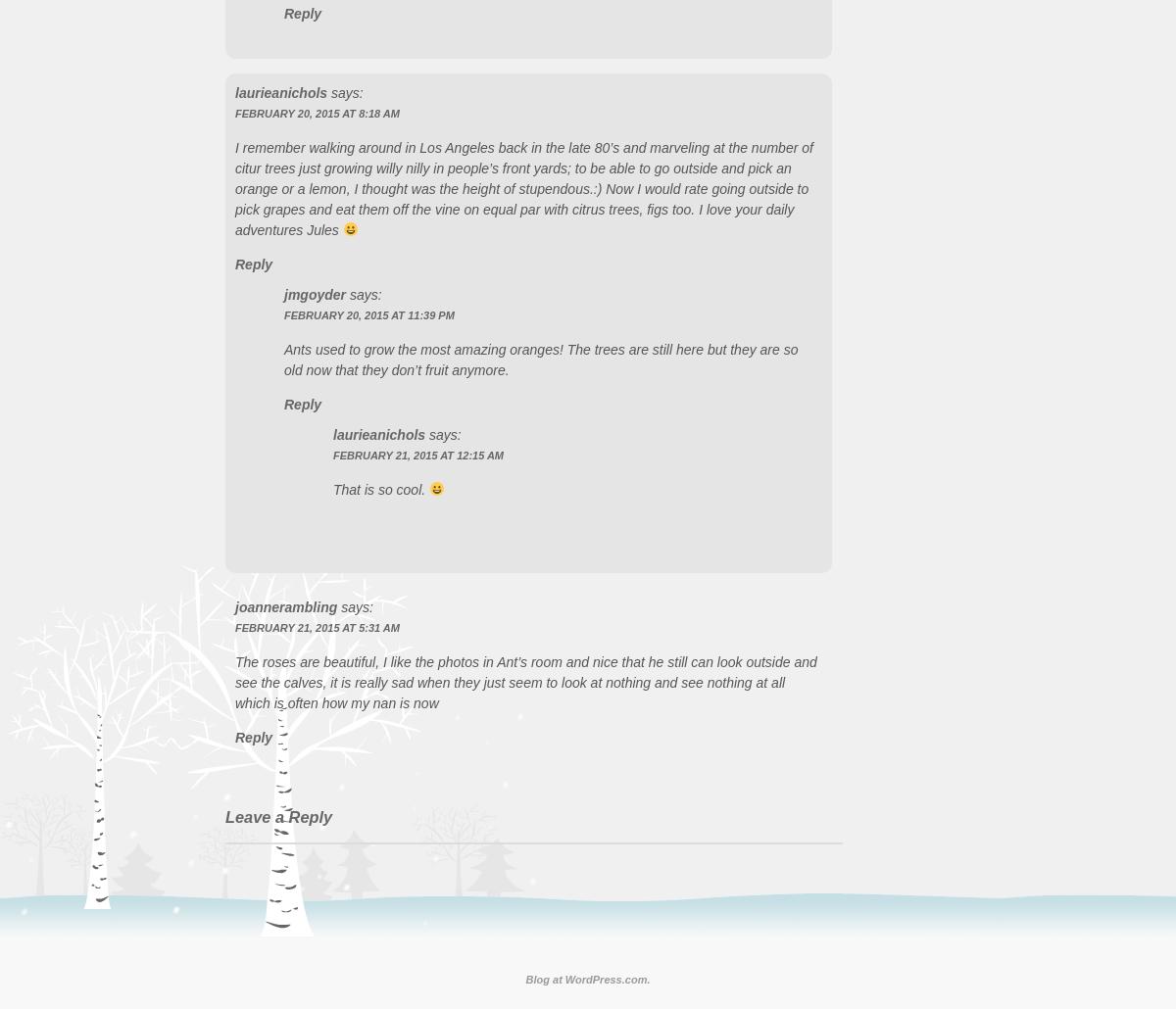  Describe the element at coordinates (417, 454) in the screenshot. I see `'February 21, 2015 at 12:15 AM'` at that location.